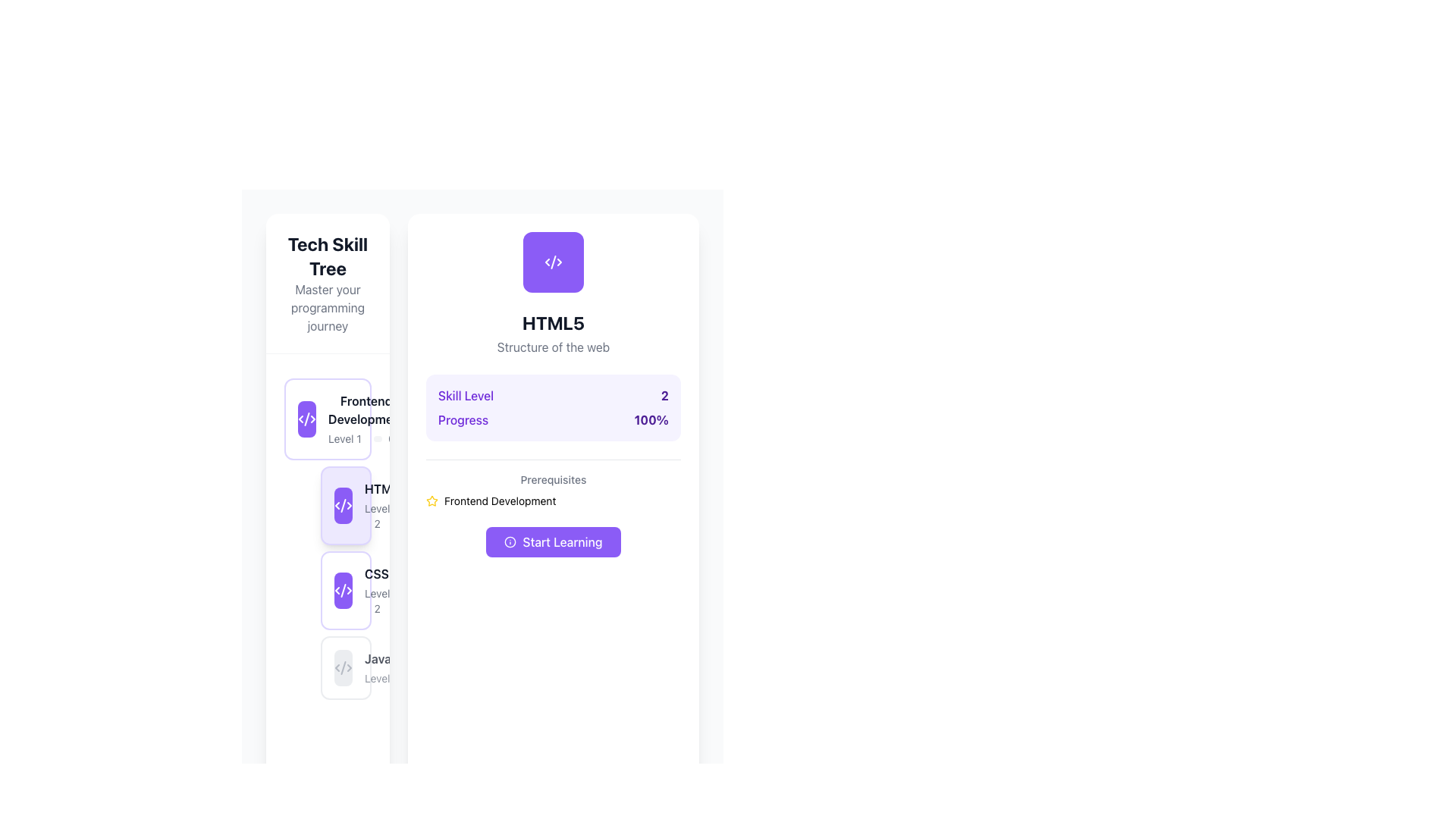  I want to click on the bold violet number '2' that is positioned next to the 'Skill Level' label, so click(665, 394).